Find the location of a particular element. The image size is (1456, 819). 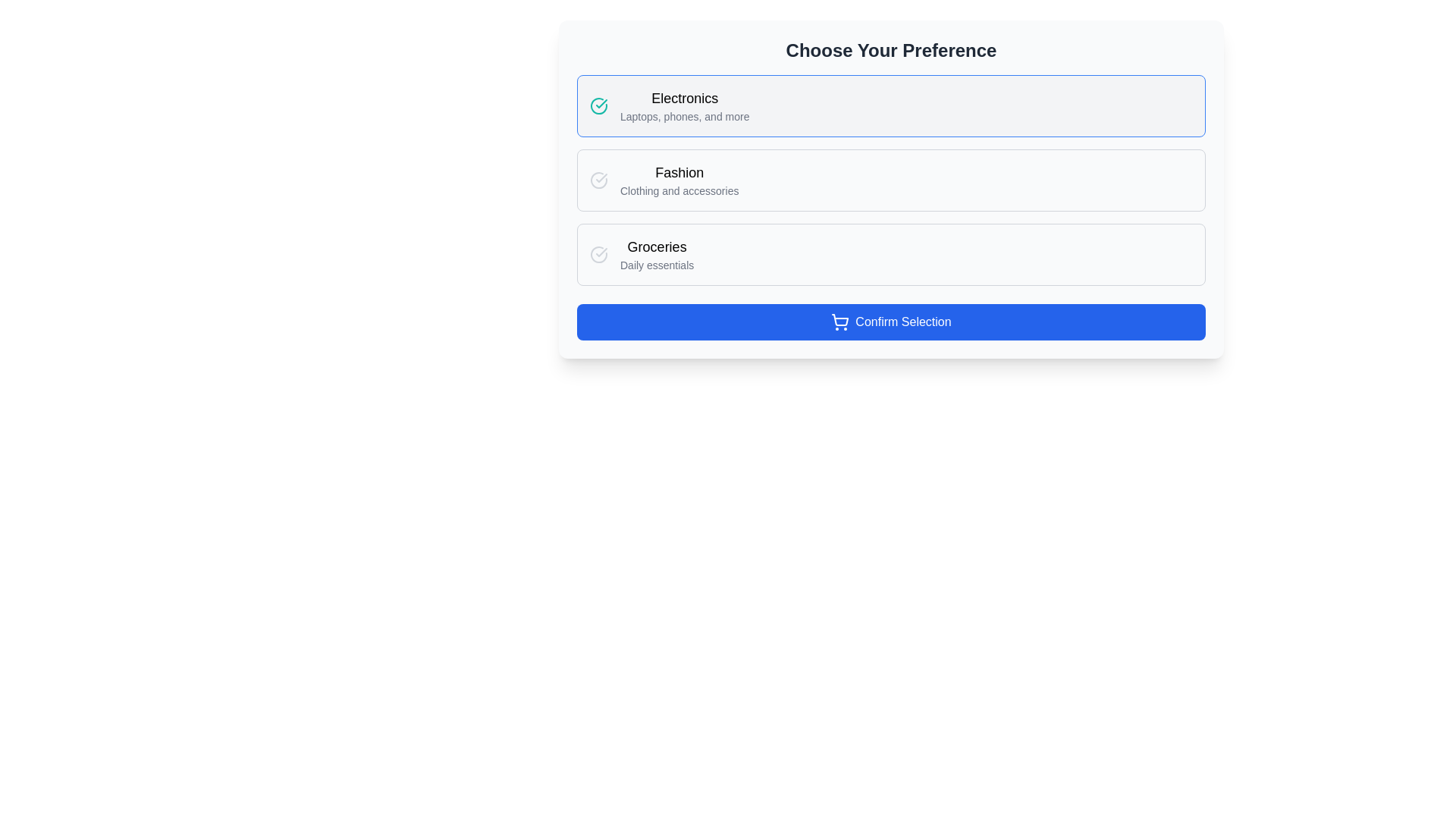

the 'Groceries' text label element within the selectable card option, which is the third card in the preference-selection interface is located at coordinates (657, 253).